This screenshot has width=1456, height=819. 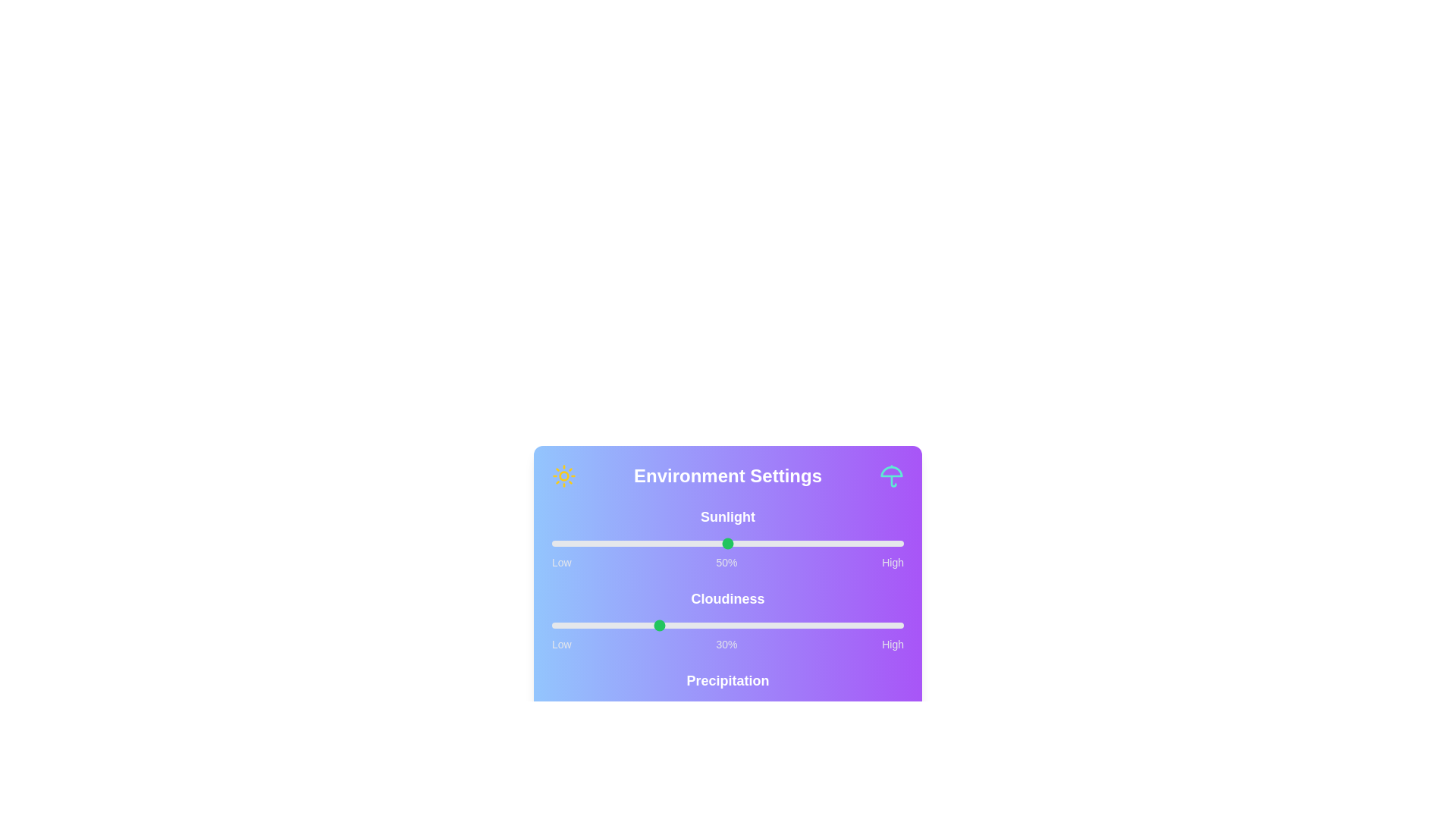 I want to click on the sunlight slider to 62%, so click(x=770, y=543).